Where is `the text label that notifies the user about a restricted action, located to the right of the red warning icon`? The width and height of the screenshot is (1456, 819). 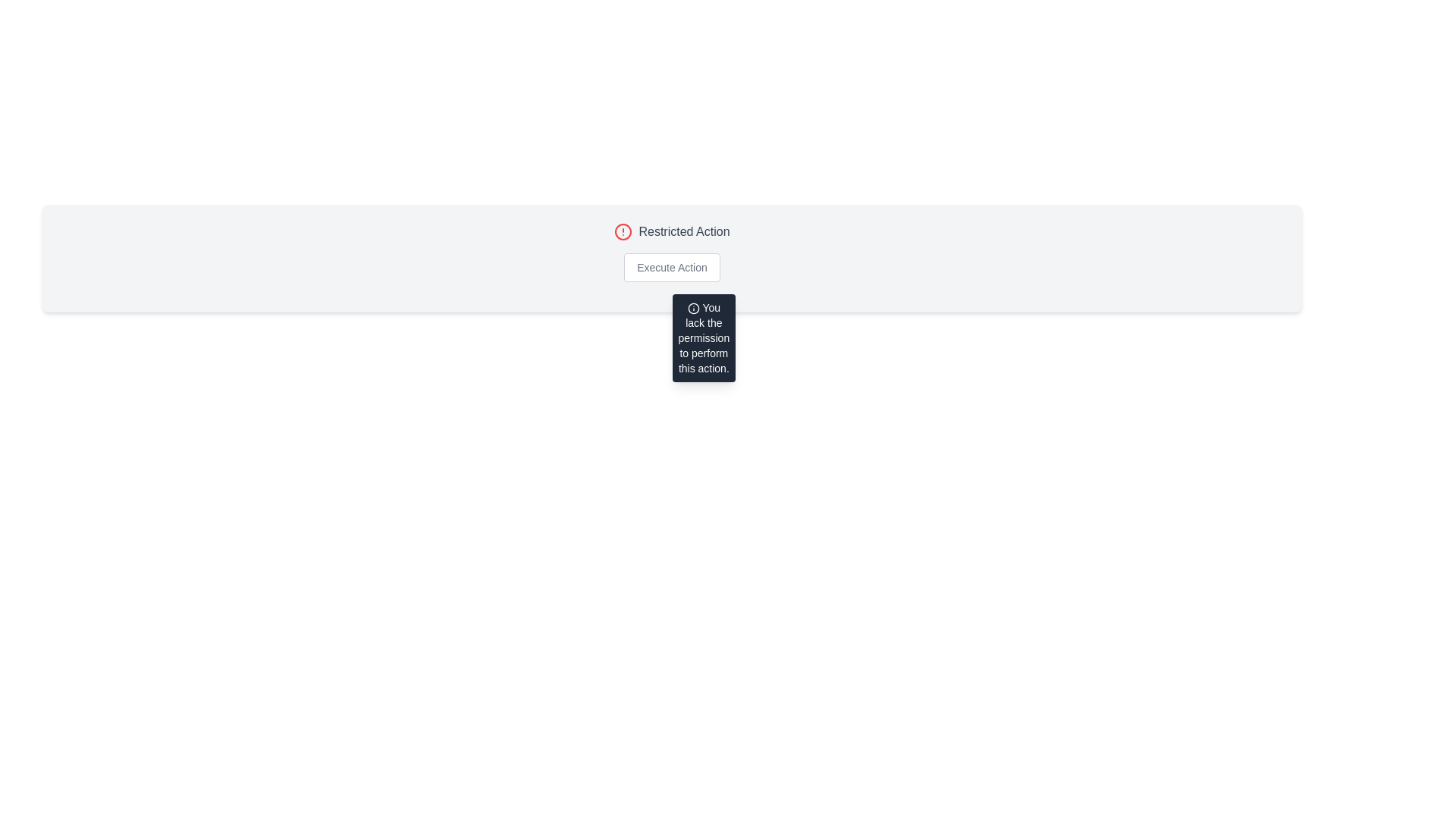
the text label that notifies the user about a restricted action, located to the right of the red warning icon is located at coordinates (683, 231).